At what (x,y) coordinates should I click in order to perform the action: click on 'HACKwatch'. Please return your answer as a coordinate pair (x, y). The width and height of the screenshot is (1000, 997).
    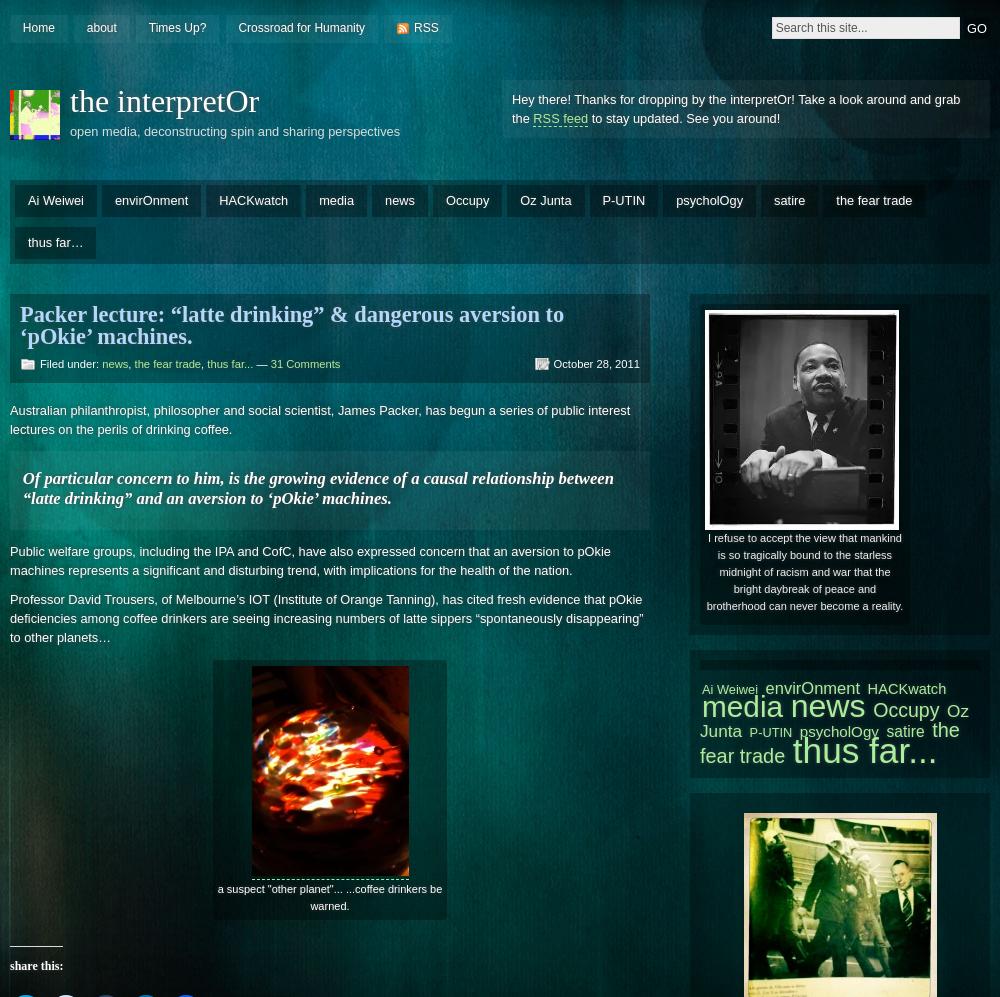
    Looking at the image, I should click on (866, 687).